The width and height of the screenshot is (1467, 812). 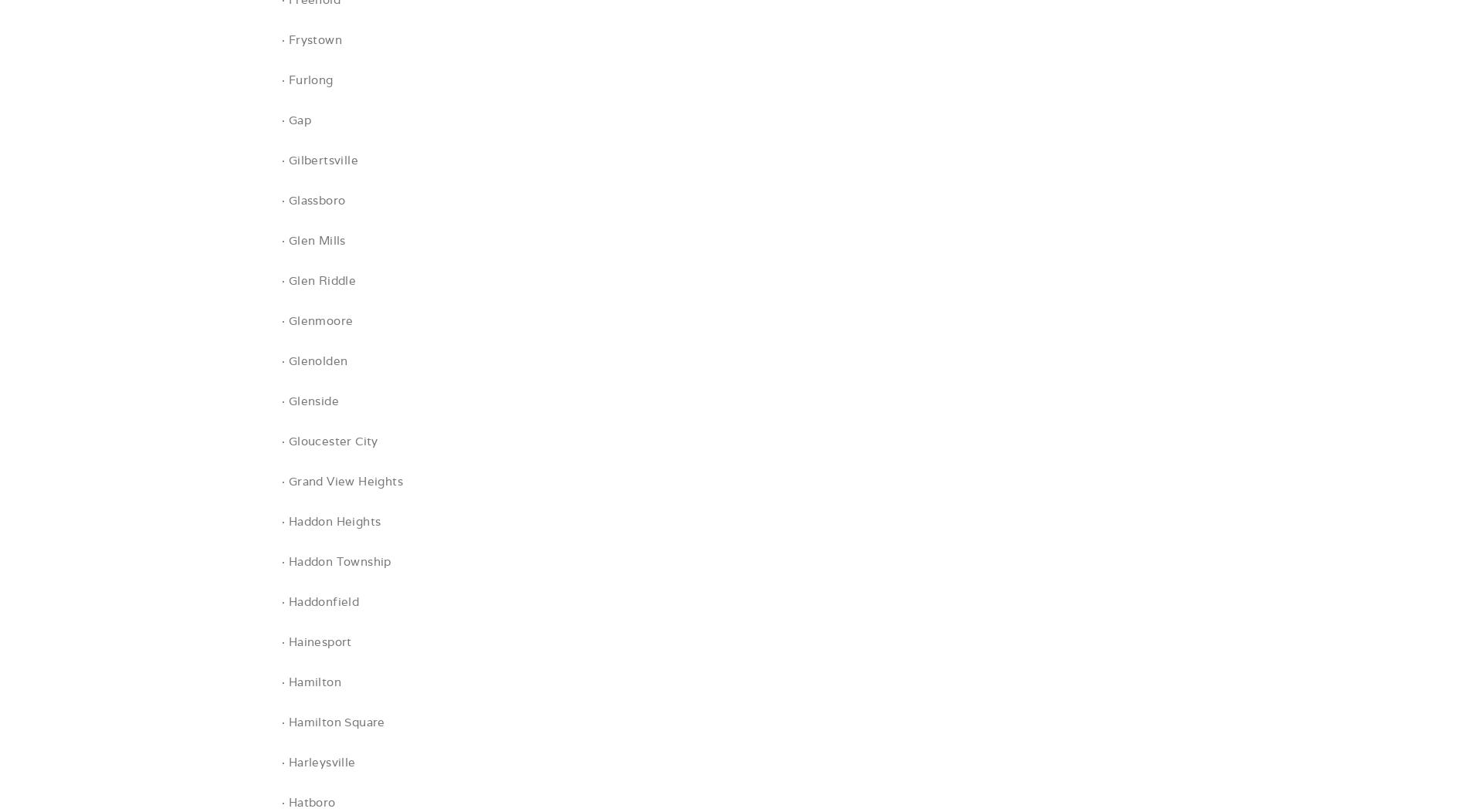 I want to click on '· Hamilton', so click(x=310, y=682).